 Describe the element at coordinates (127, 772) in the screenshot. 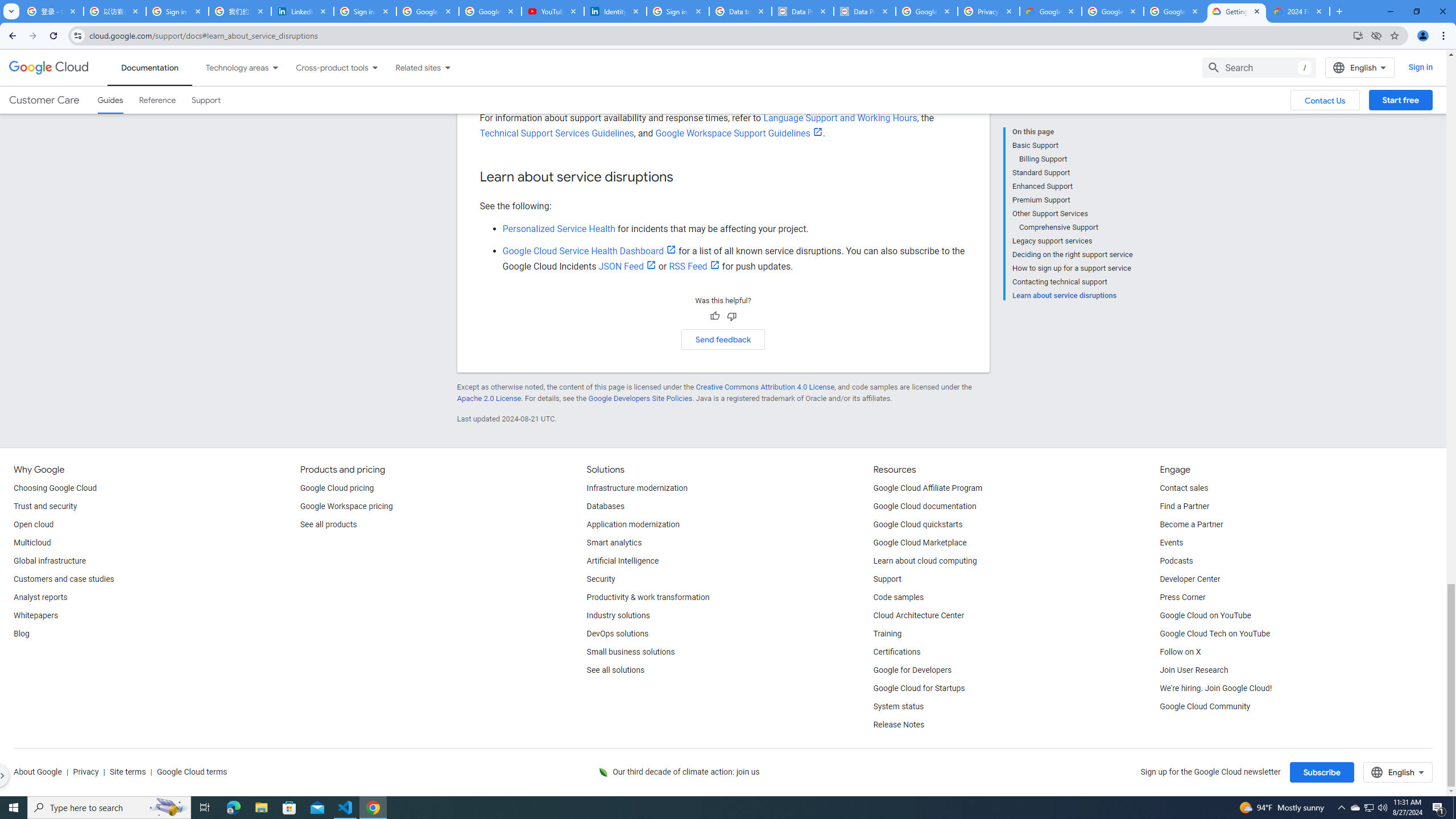

I see `'Site terms'` at that location.